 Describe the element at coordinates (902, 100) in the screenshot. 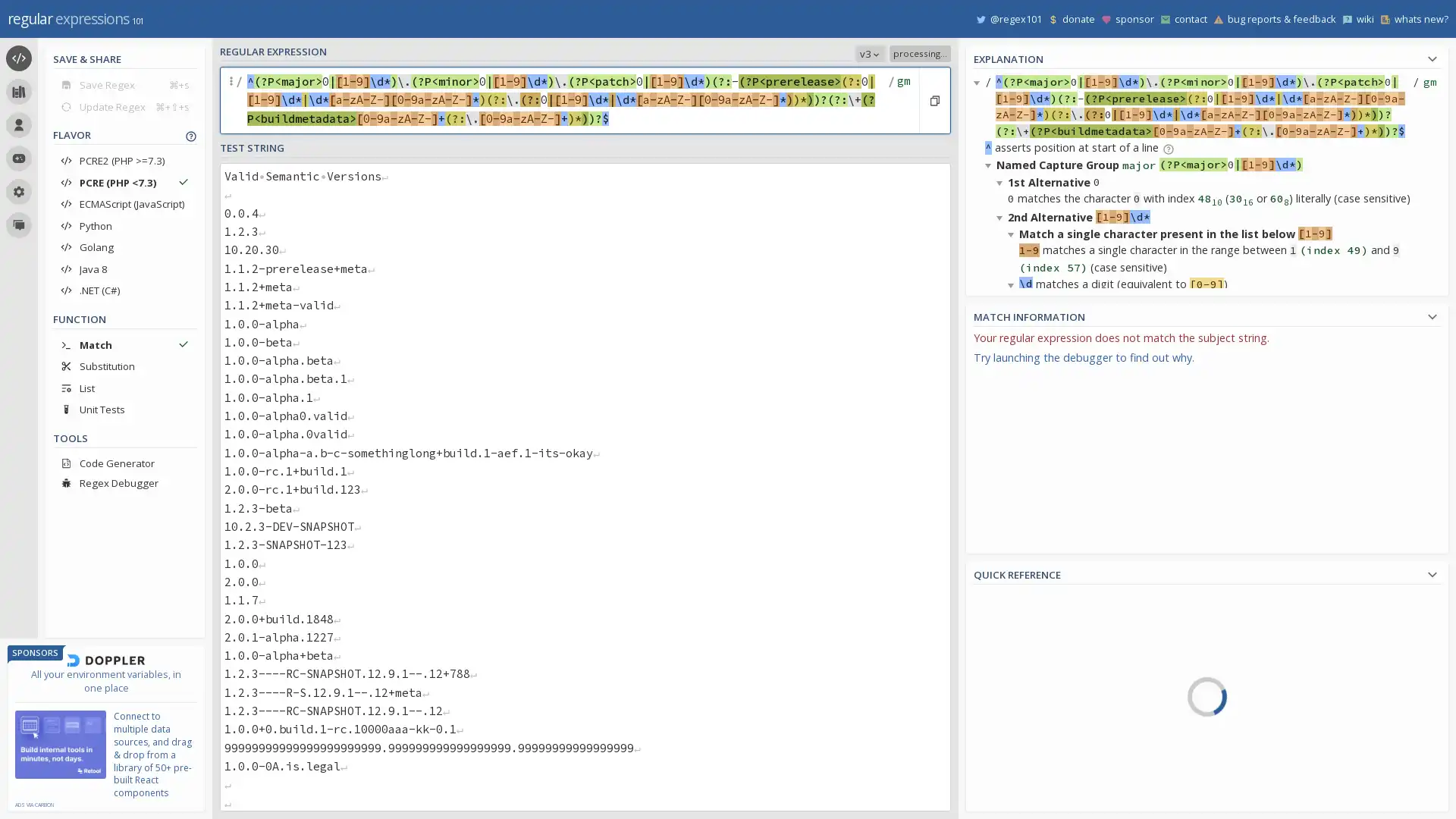

I see `Set Regex Options` at that location.